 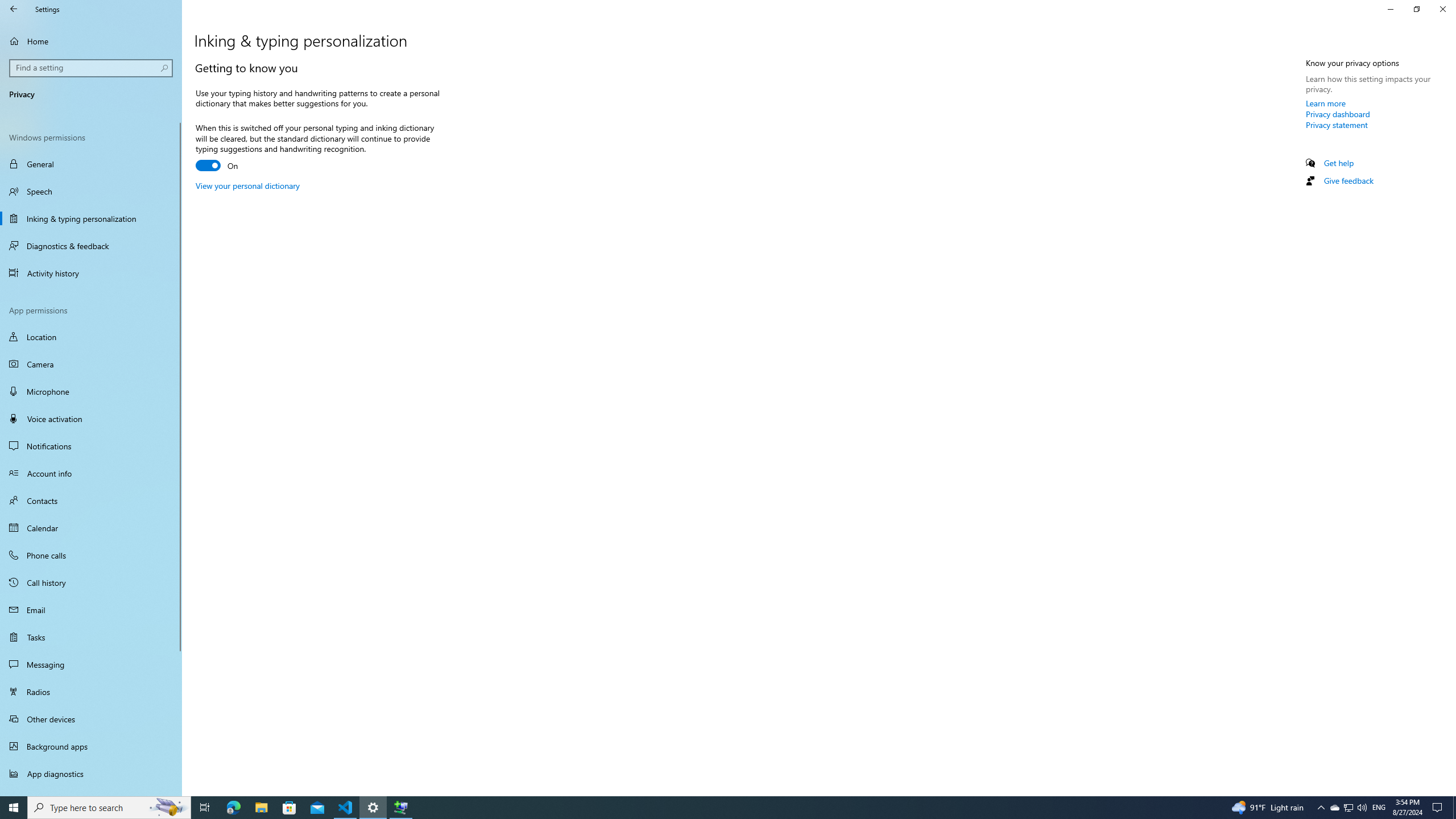 What do you see at coordinates (90, 163) in the screenshot?
I see `'General'` at bounding box center [90, 163].